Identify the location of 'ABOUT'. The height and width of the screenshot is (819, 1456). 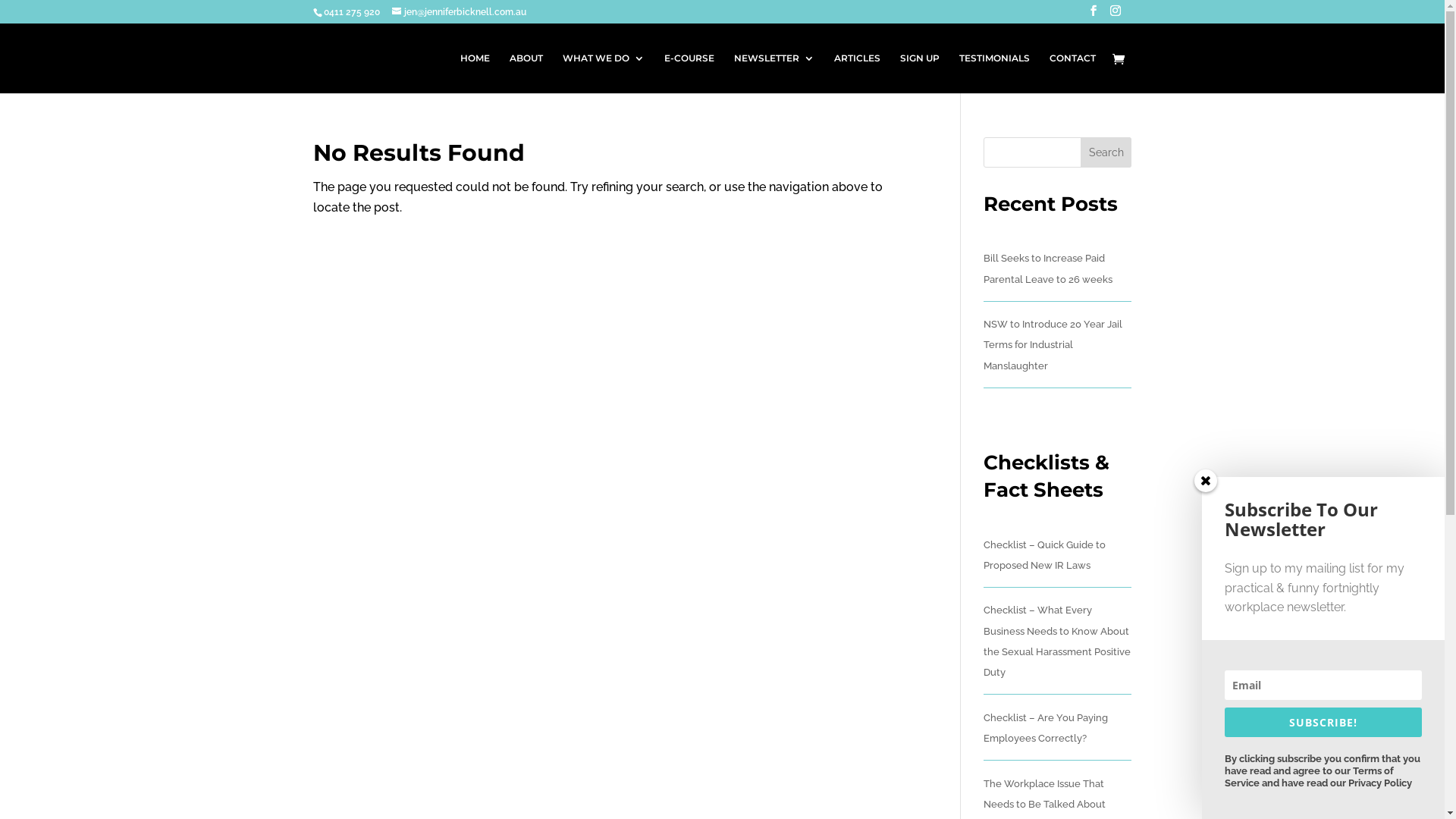
(510, 73).